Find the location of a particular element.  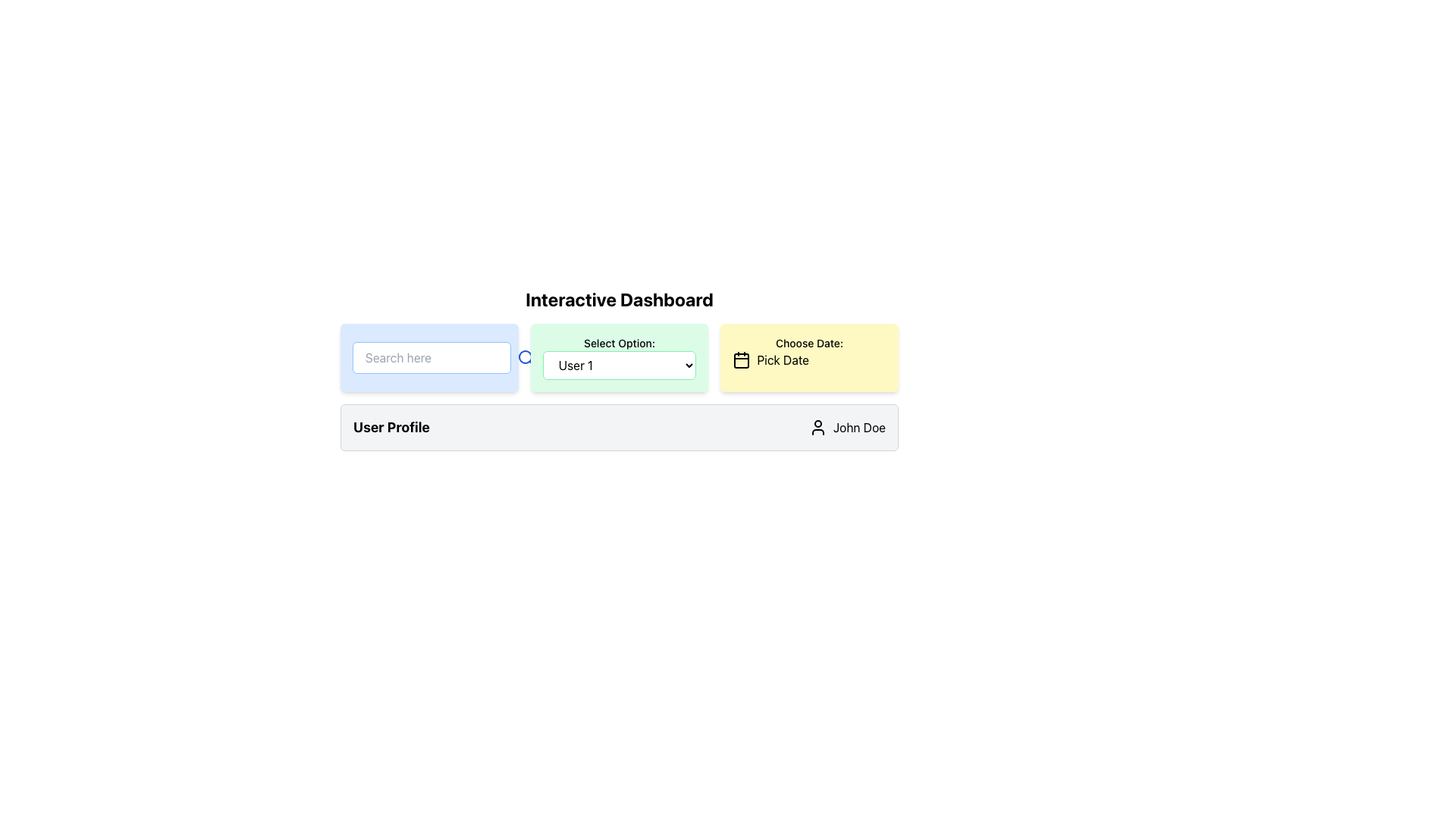

the Label with an icon that displays 'John Doe' near the bottom right of the 'User Profile' box is located at coordinates (846, 427).